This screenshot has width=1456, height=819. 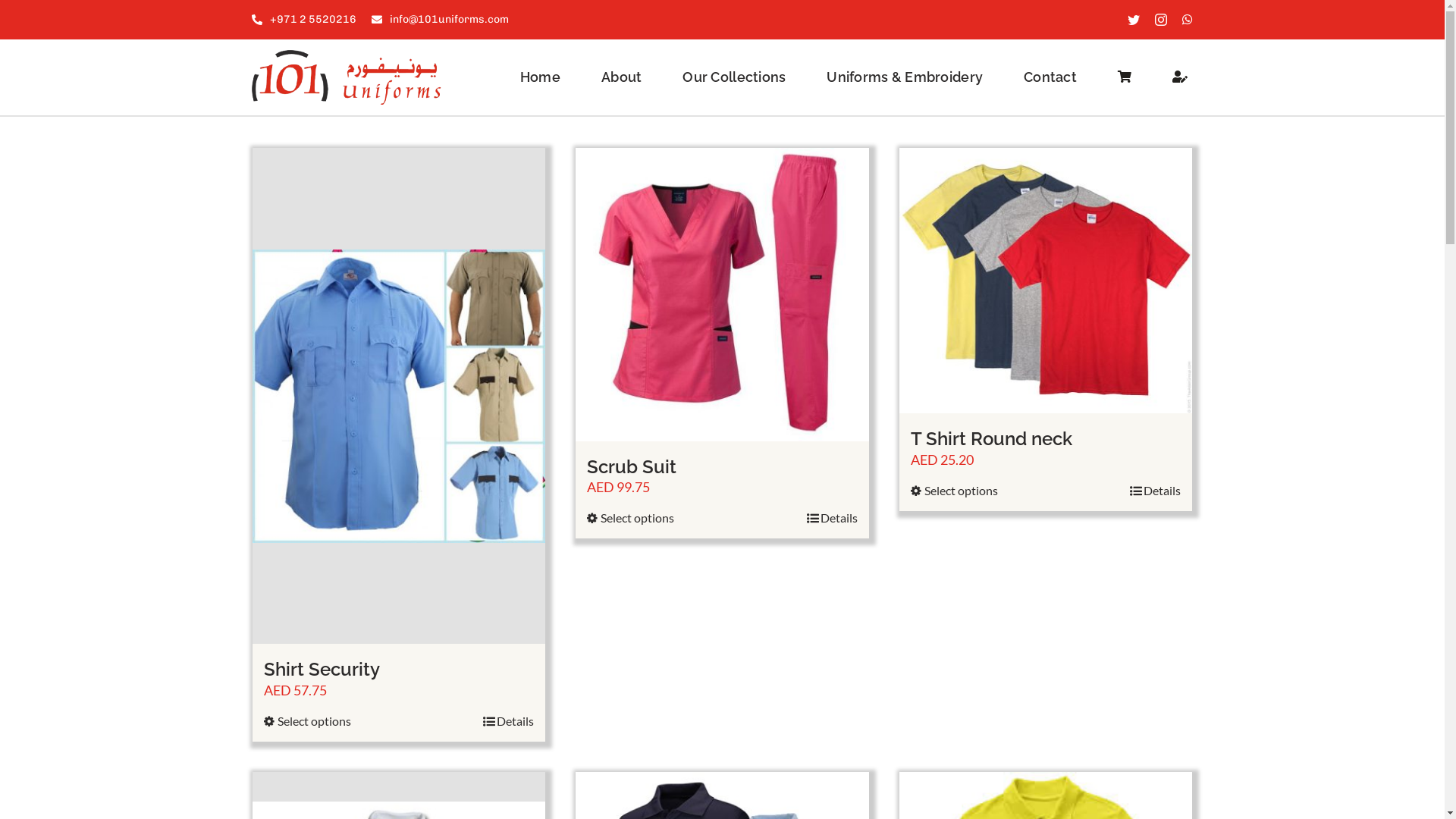 What do you see at coordinates (516, 77) in the screenshot?
I see `'Home'` at bounding box center [516, 77].